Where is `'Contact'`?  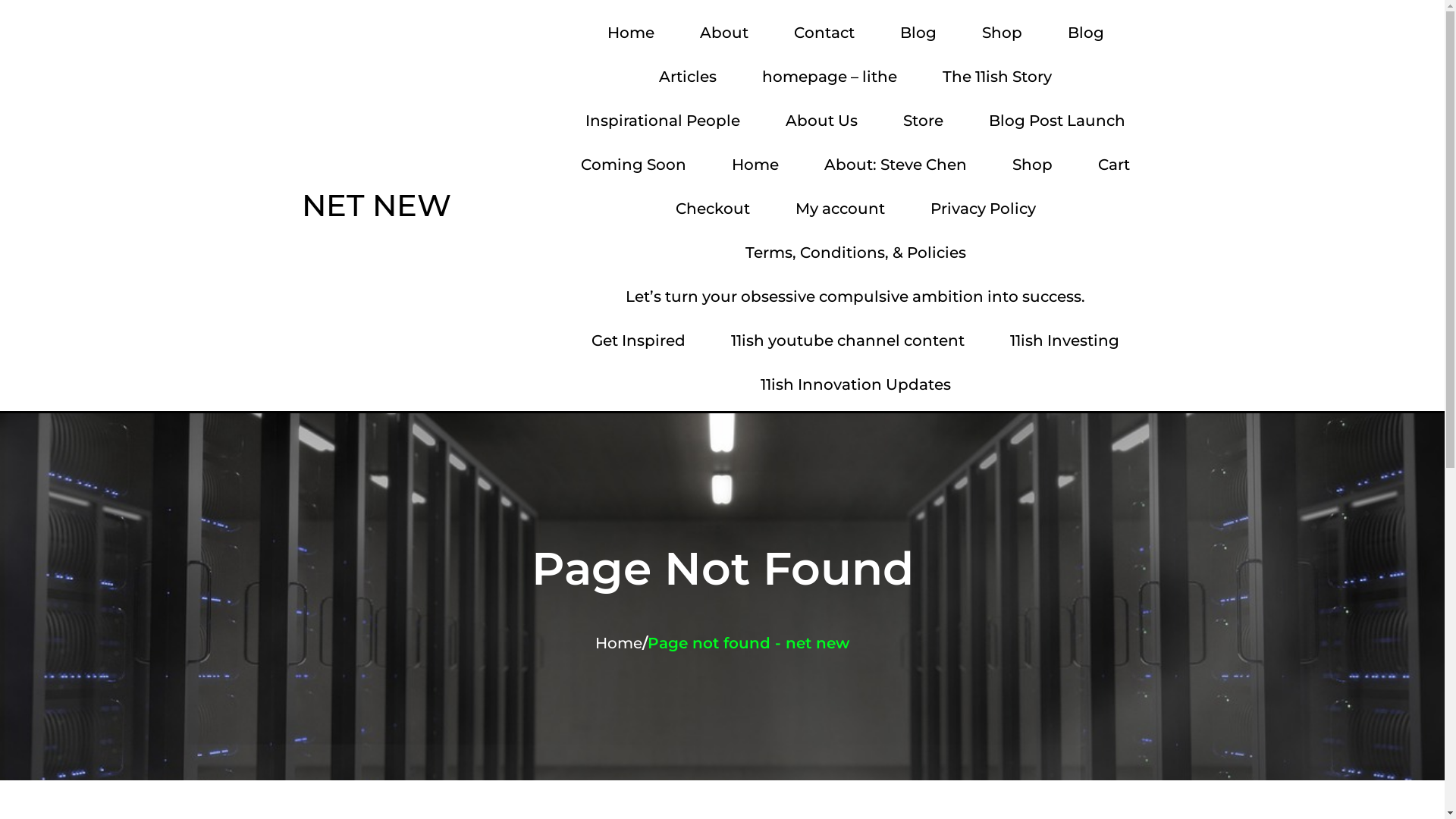
'Contact' is located at coordinates (775, 32).